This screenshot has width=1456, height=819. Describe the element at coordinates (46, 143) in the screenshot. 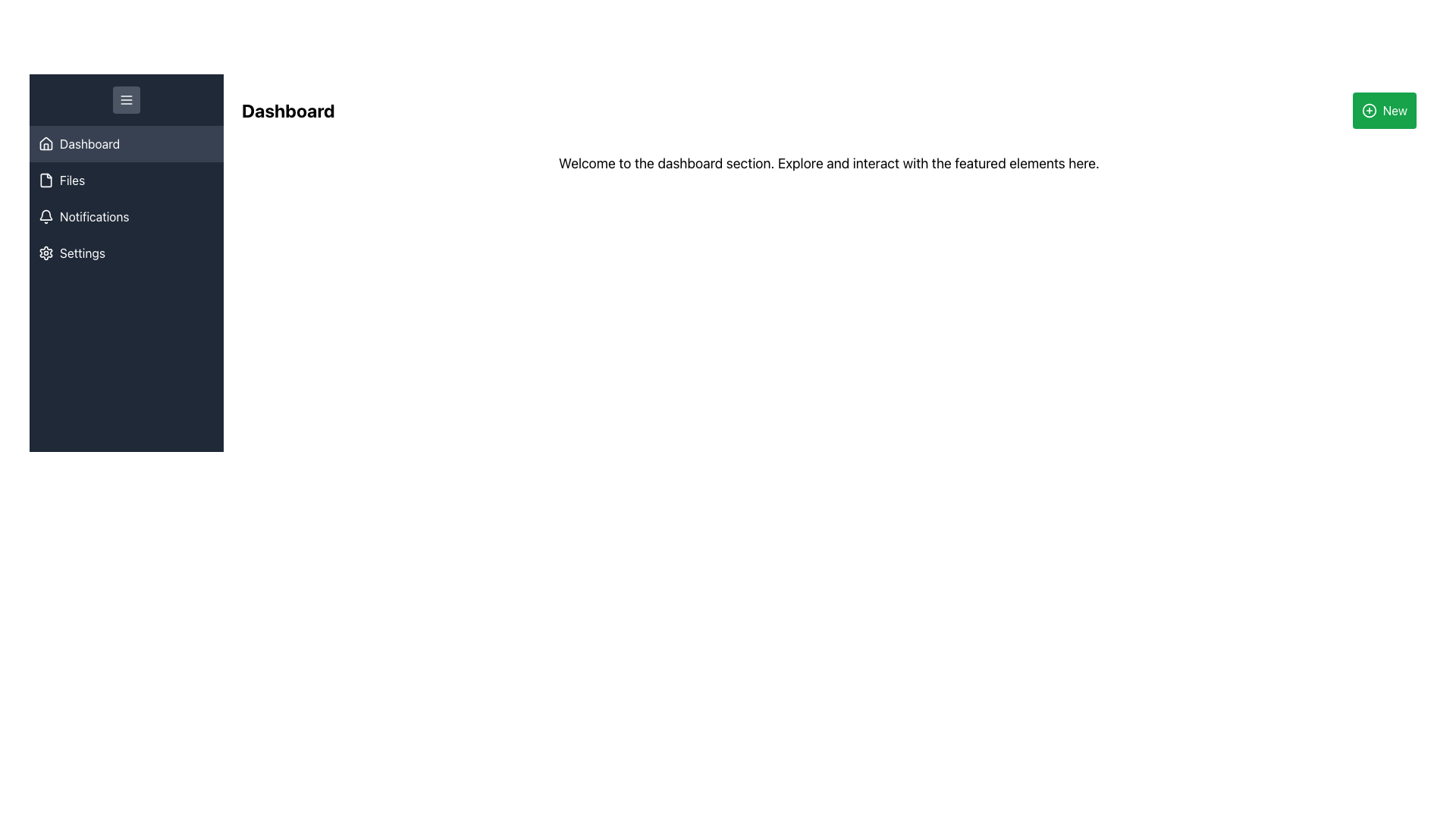

I see `the decorative navigation icon representing the 'Dashboard' section` at that location.